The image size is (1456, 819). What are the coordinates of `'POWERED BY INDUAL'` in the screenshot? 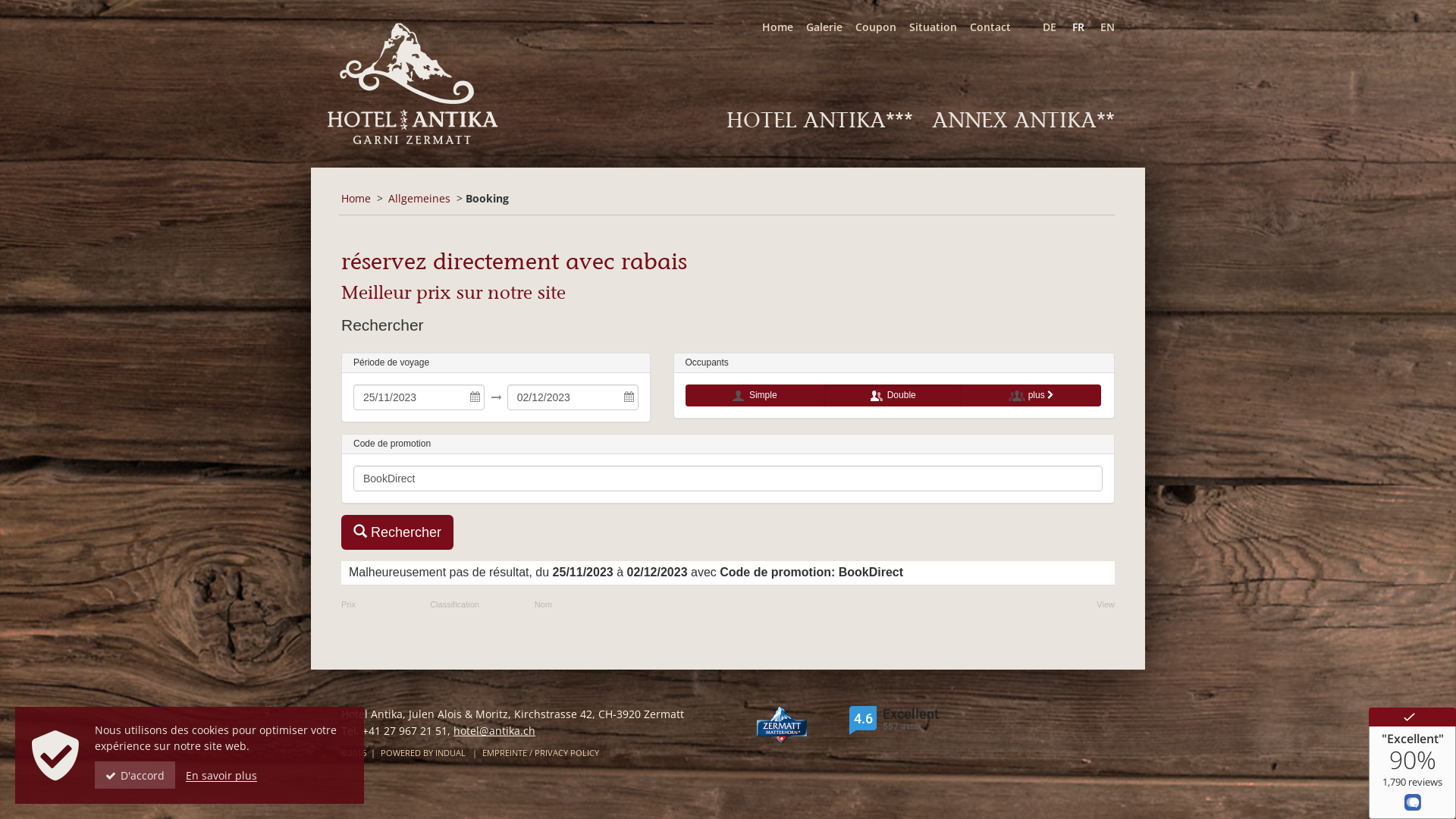 It's located at (381, 752).